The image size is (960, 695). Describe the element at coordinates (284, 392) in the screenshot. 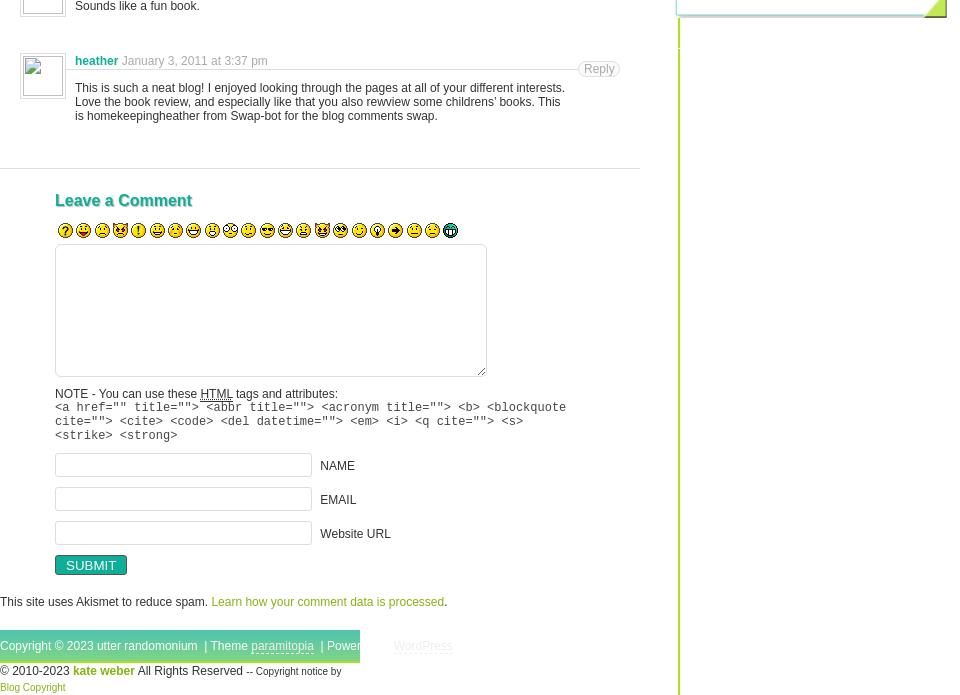

I see `'tags and attributes:'` at that location.